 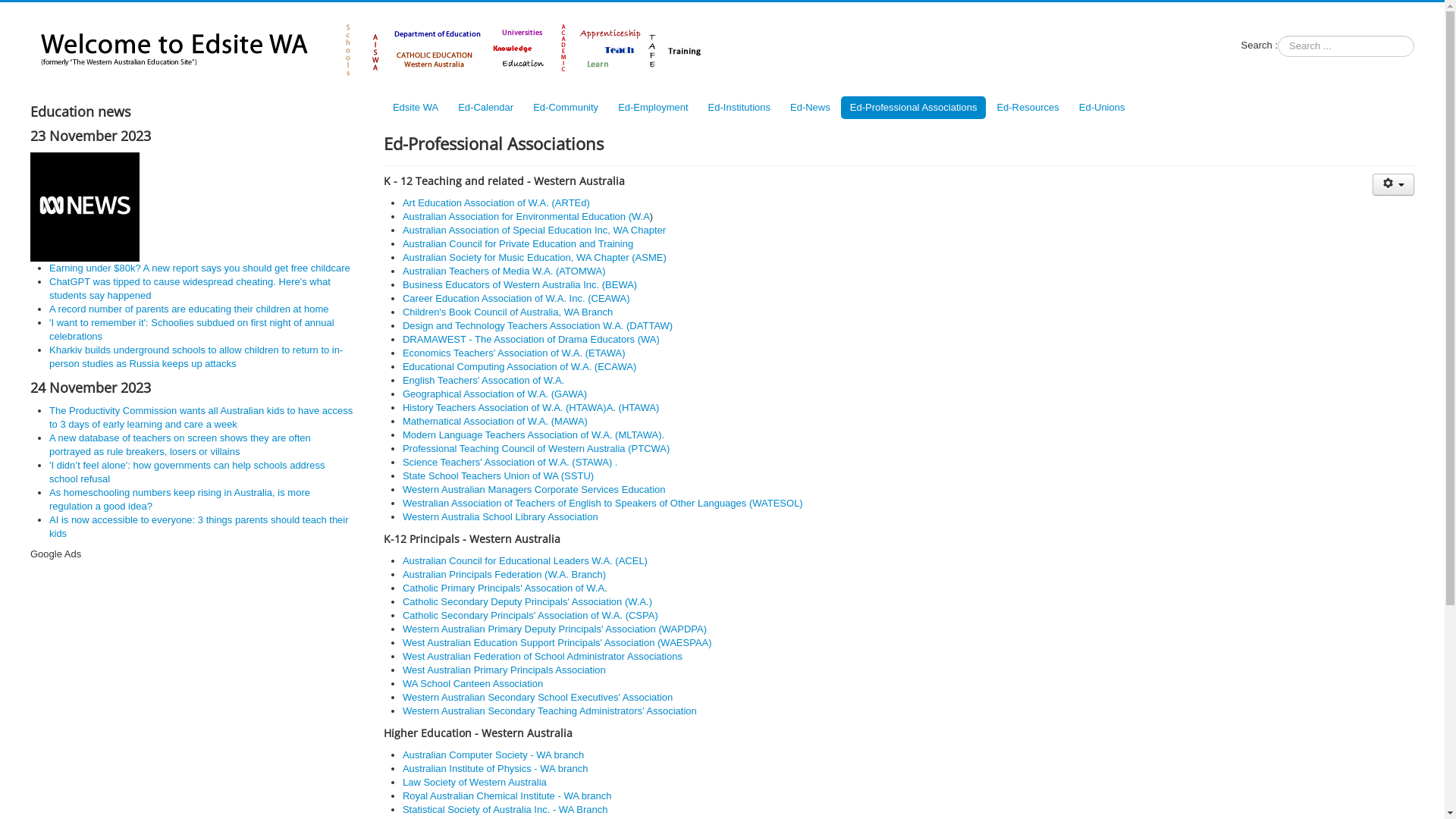 What do you see at coordinates (505, 808) in the screenshot?
I see `'Statistical Society of Australia Inc. - WA Branch'` at bounding box center [505, 808].